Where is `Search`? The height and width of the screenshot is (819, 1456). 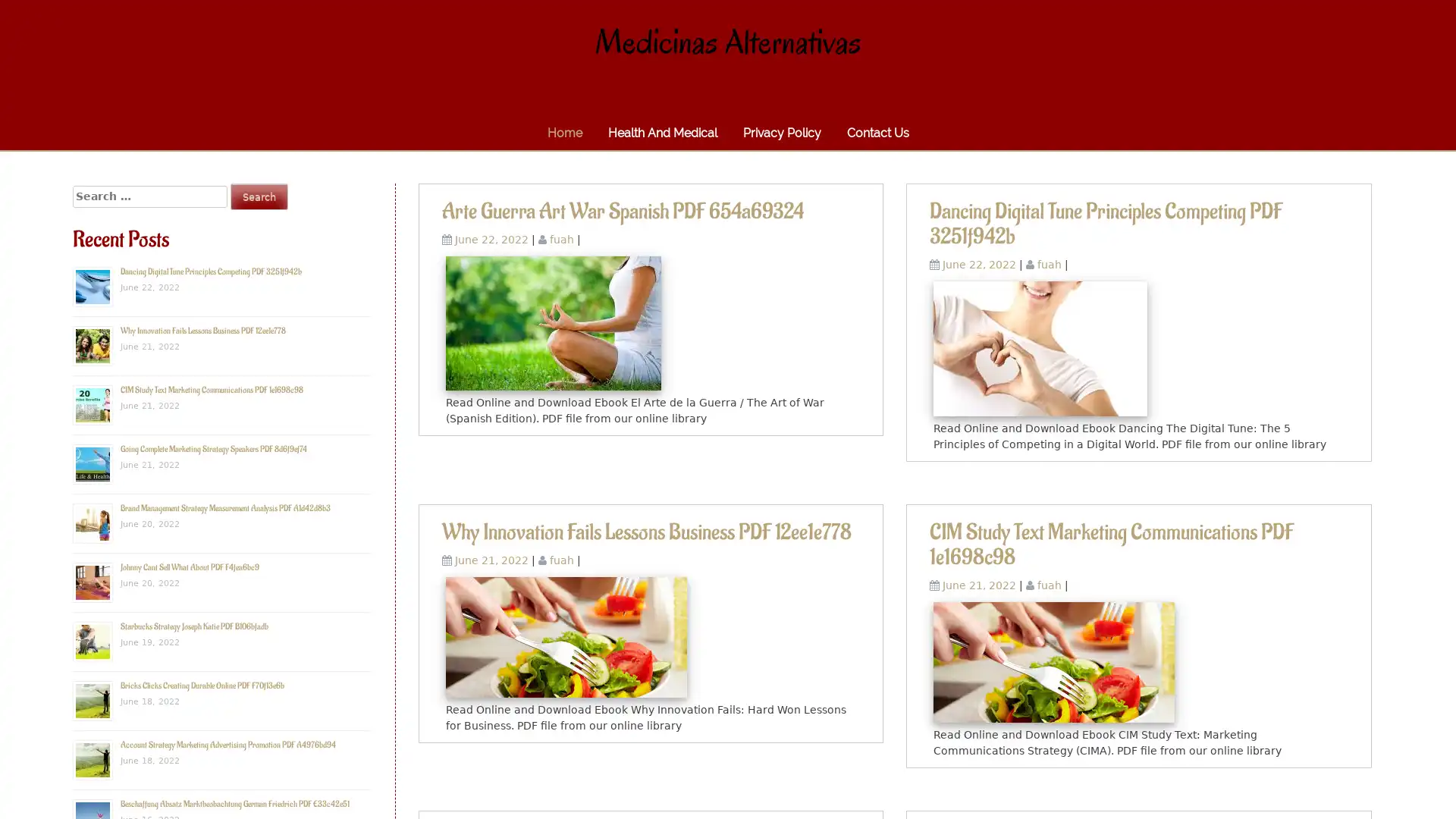 Search is located at coordinates (259, 196).